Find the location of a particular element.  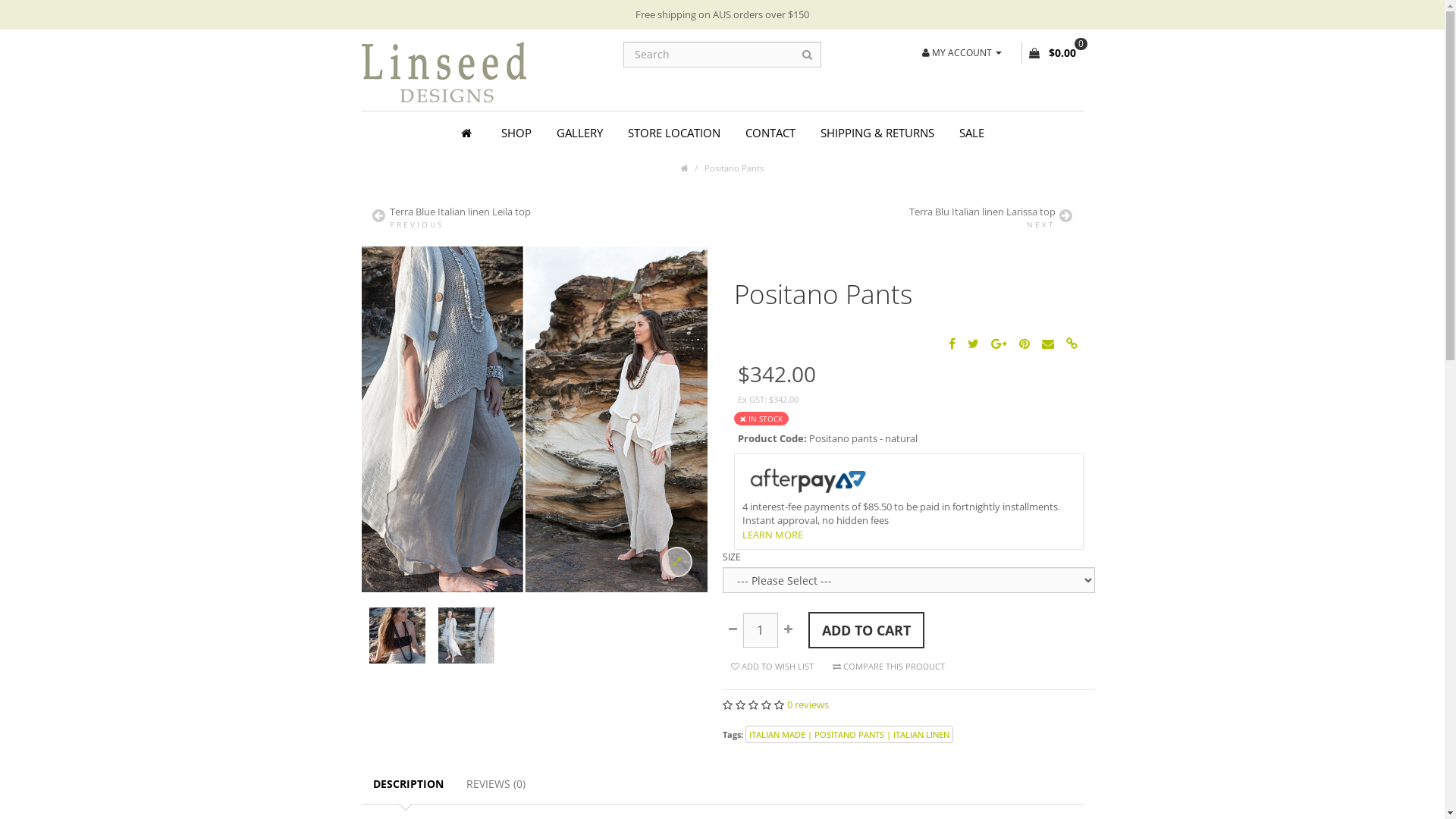

'LEARN MORE' is located at coordinates (771, 534).